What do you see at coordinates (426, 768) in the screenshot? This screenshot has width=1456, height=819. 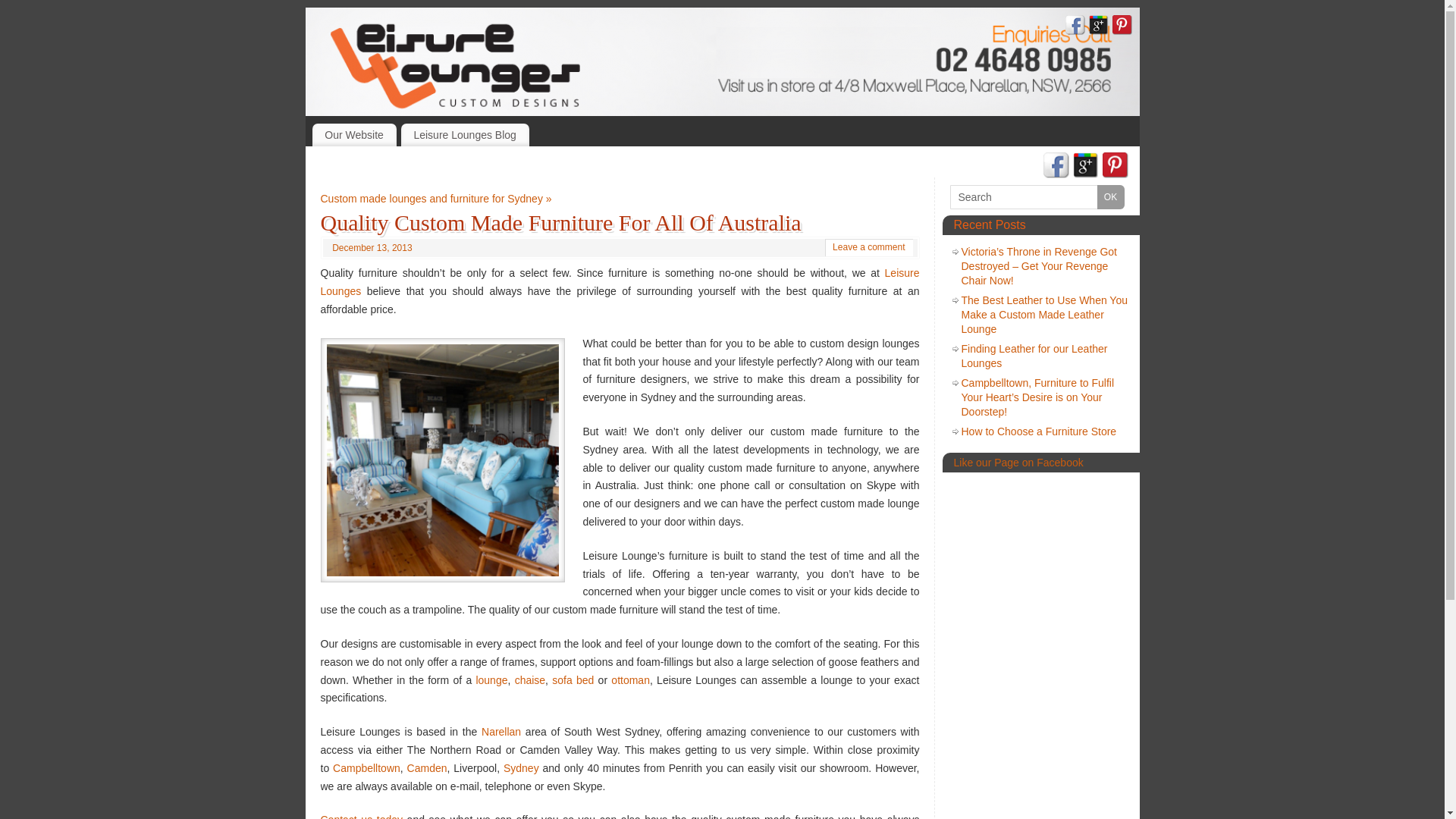 I see `'Camden'` at bounding box center [426, 768].